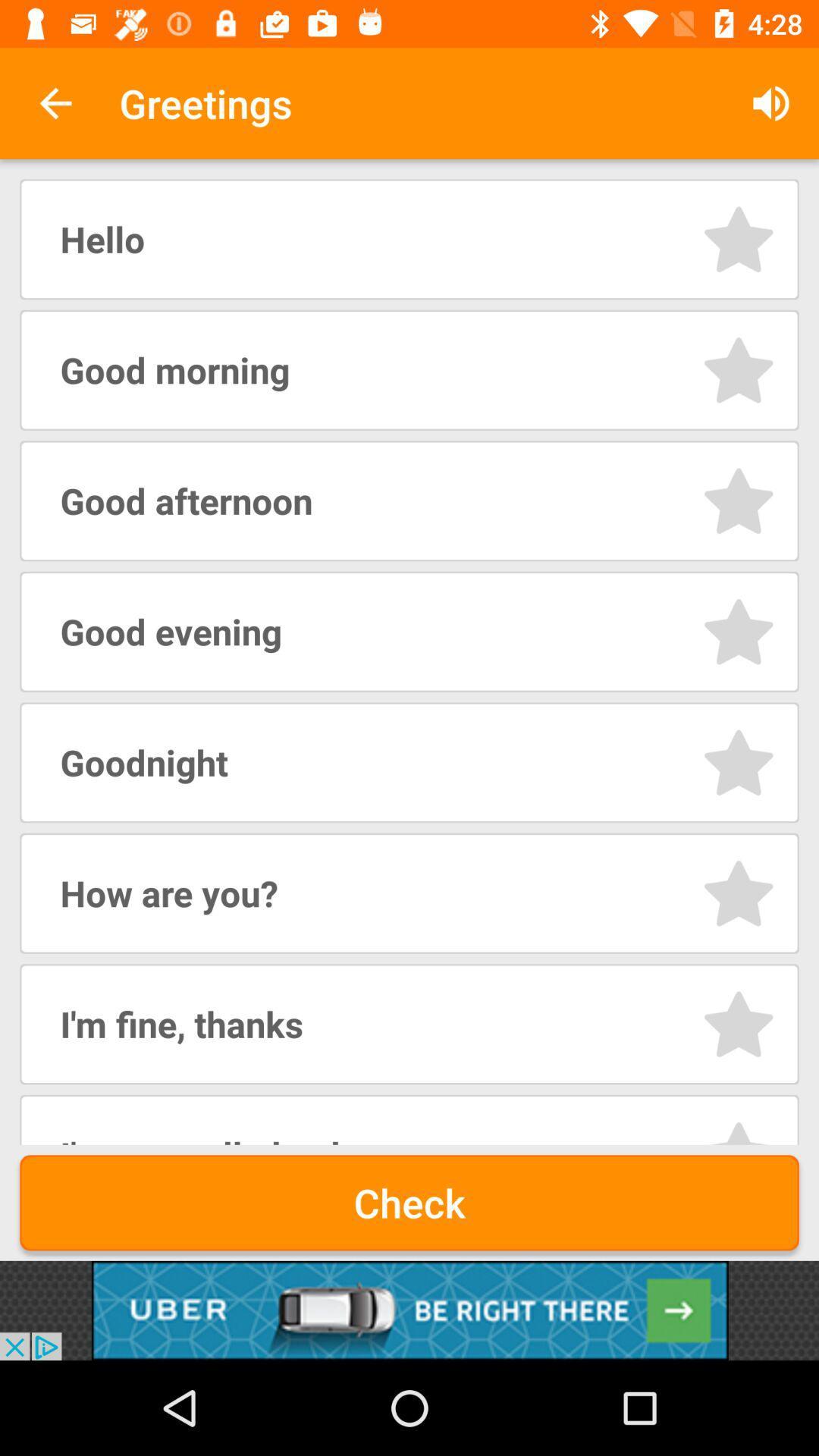 Image resolution: width=819 pixels, height=1456 pixels. Describe the element at coordinates (738, 1024) in the screenshot. I see `star` at that location.